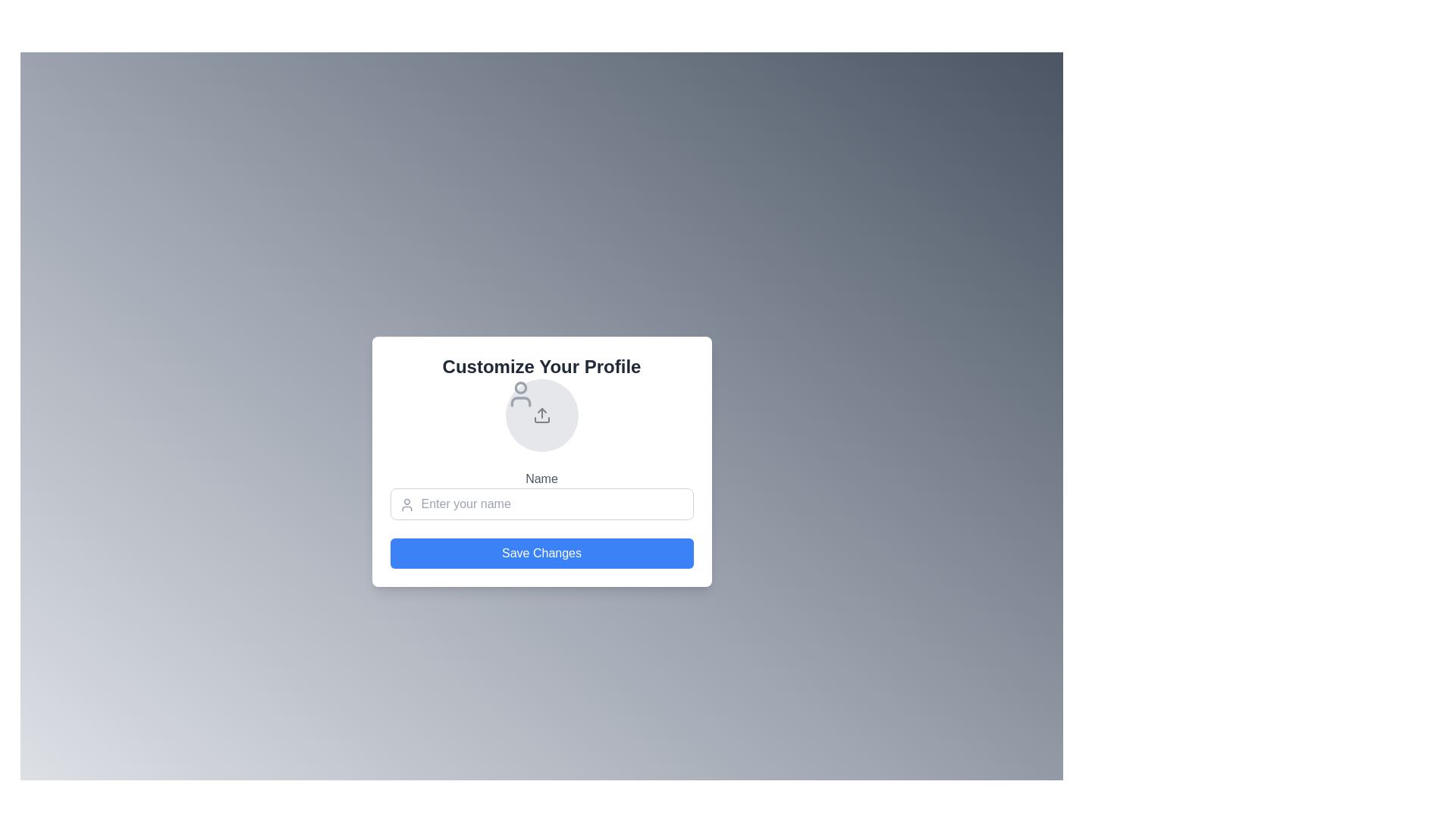  I want to click on the 'Save Changes' button, which is a rectangular button with a blue background and white text, located at the lower center of a modal dialog, directly below the 'Name' text field, so click(541, 553).